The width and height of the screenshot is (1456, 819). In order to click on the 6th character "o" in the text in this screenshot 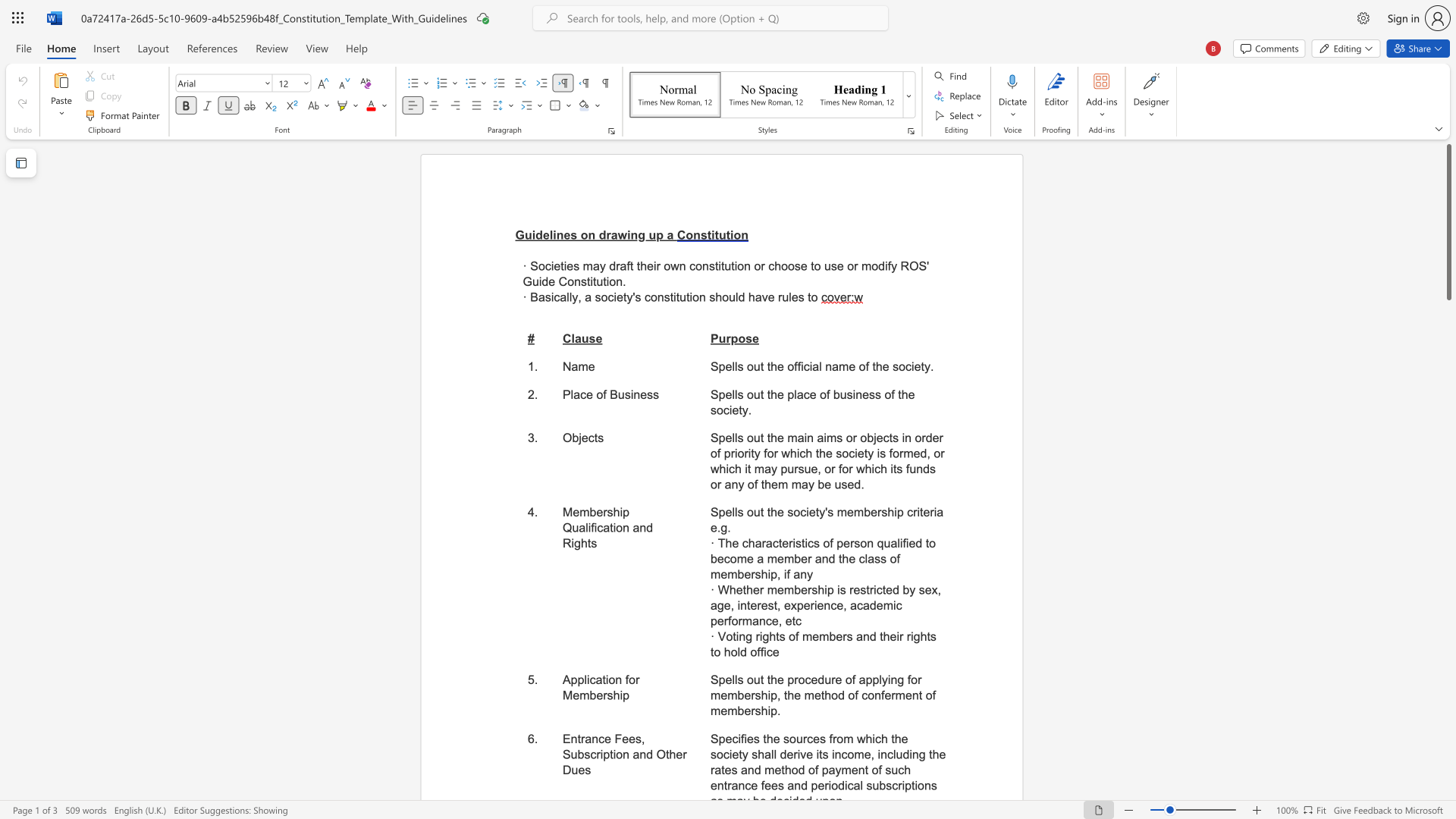, I will do `click(784, 265)`.